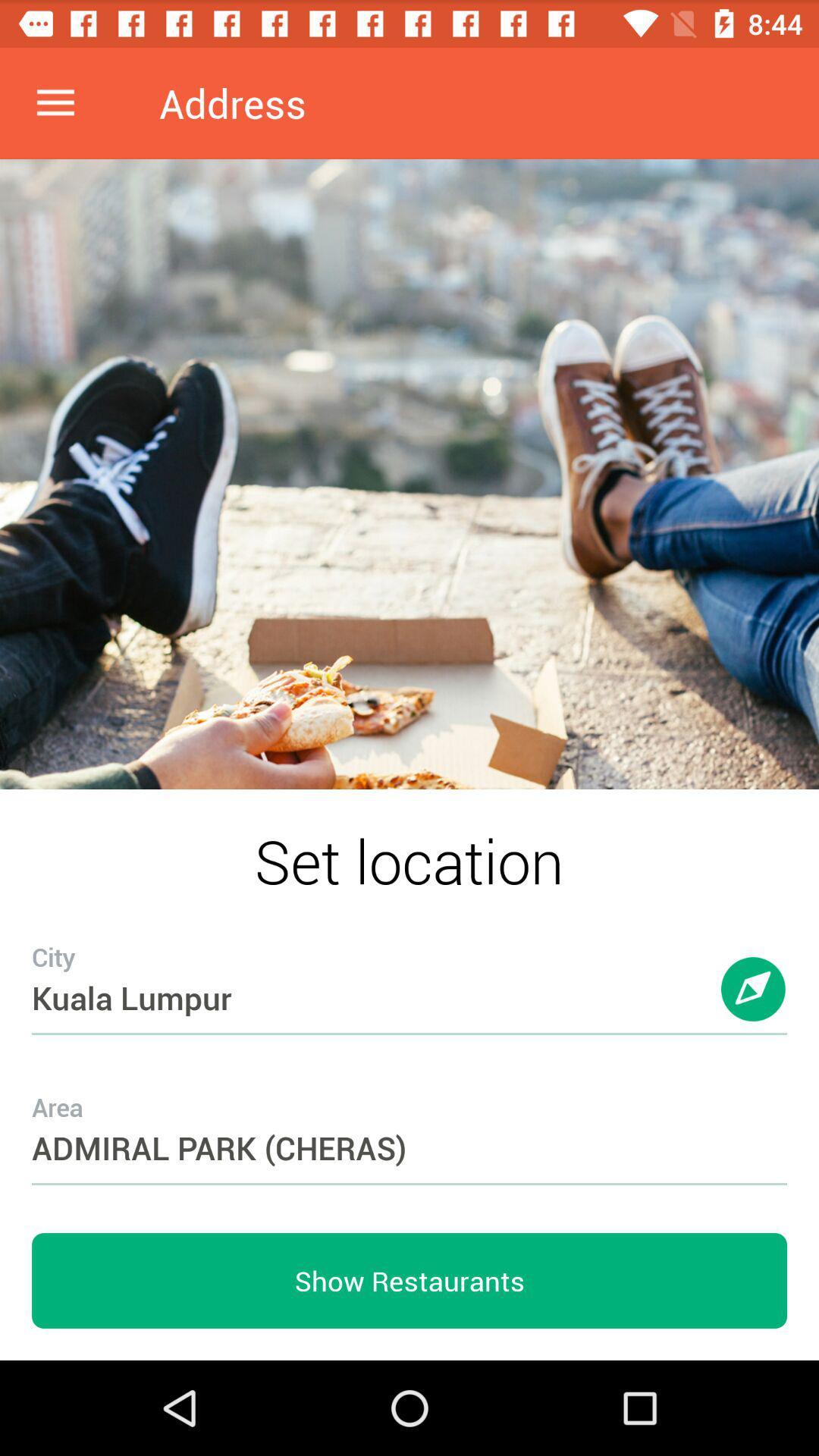  Describe the element at coordinates (754, 1004) in the screenshot. I see `item above admiral park (cheras) item` at that location.